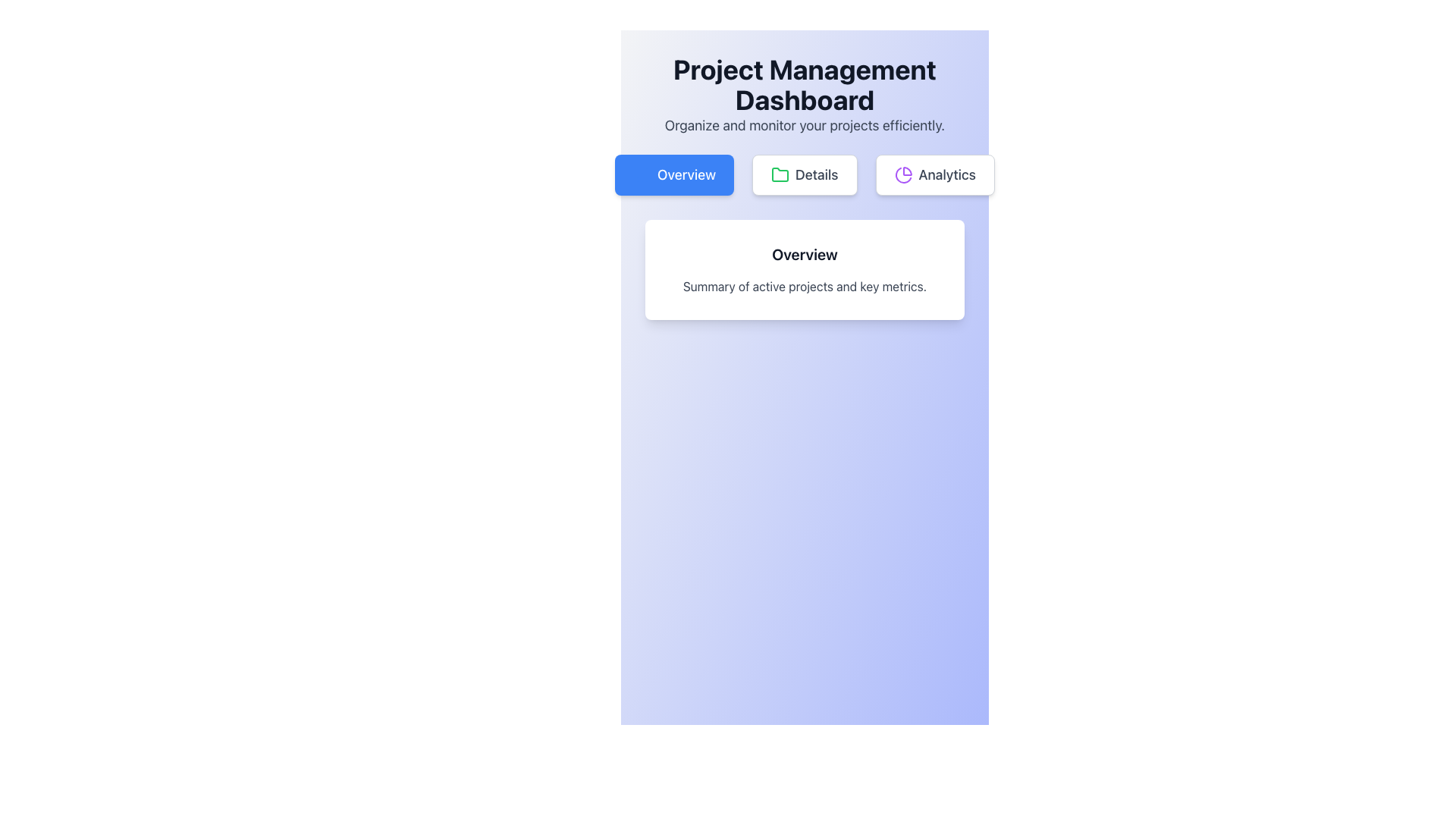 The height and width of the screenshot is (819, 1456). I want to click on the text phrase that states 'Organize and monitor your projects efficiently' which is styled in medium-large gray font and positioned below the heading 'Project Management Dashboard', so click(804, 124).